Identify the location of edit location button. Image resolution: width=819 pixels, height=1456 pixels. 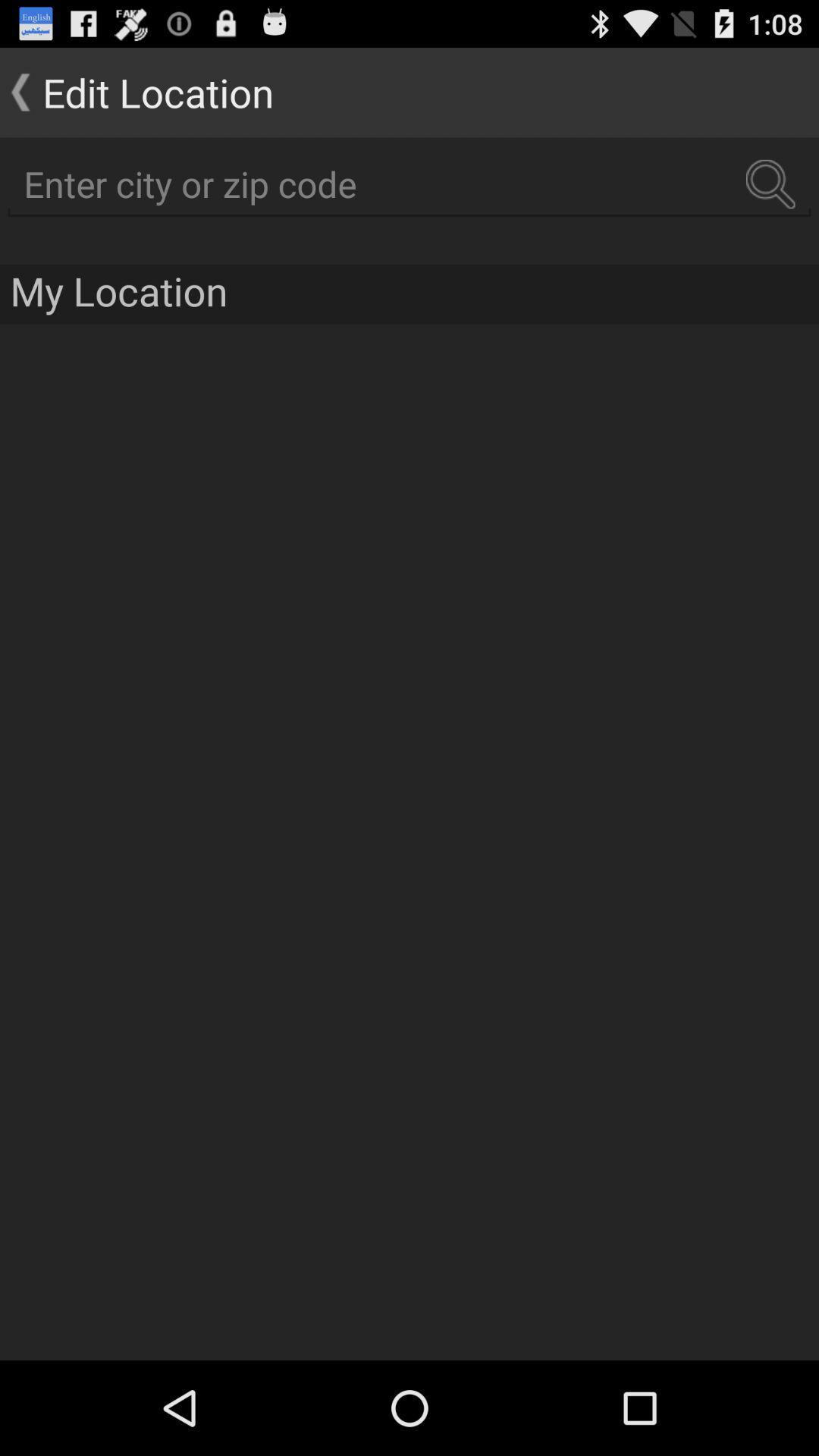
(136, 91).